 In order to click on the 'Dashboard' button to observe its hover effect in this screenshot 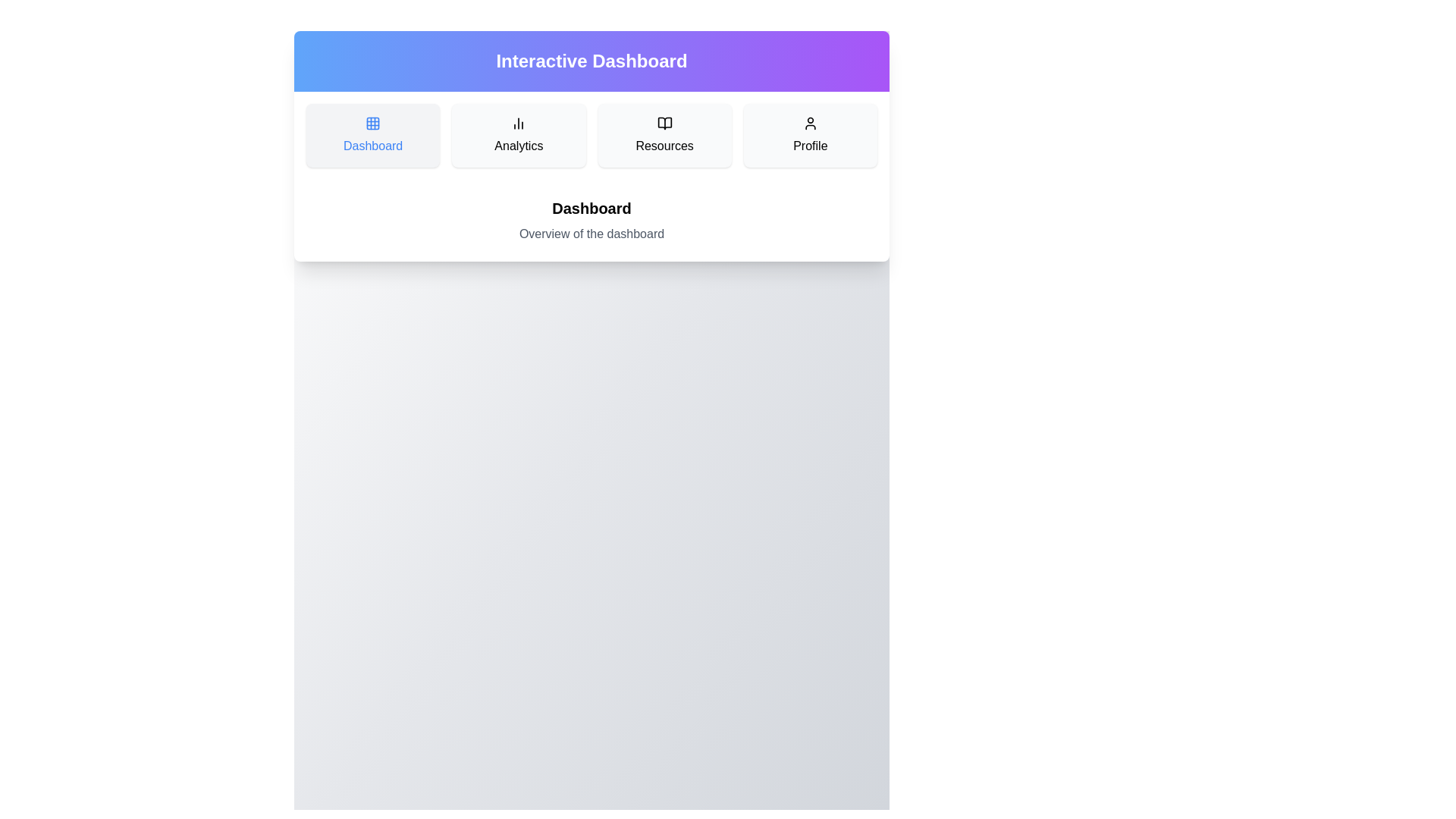, I will do `click(373, 134)`.